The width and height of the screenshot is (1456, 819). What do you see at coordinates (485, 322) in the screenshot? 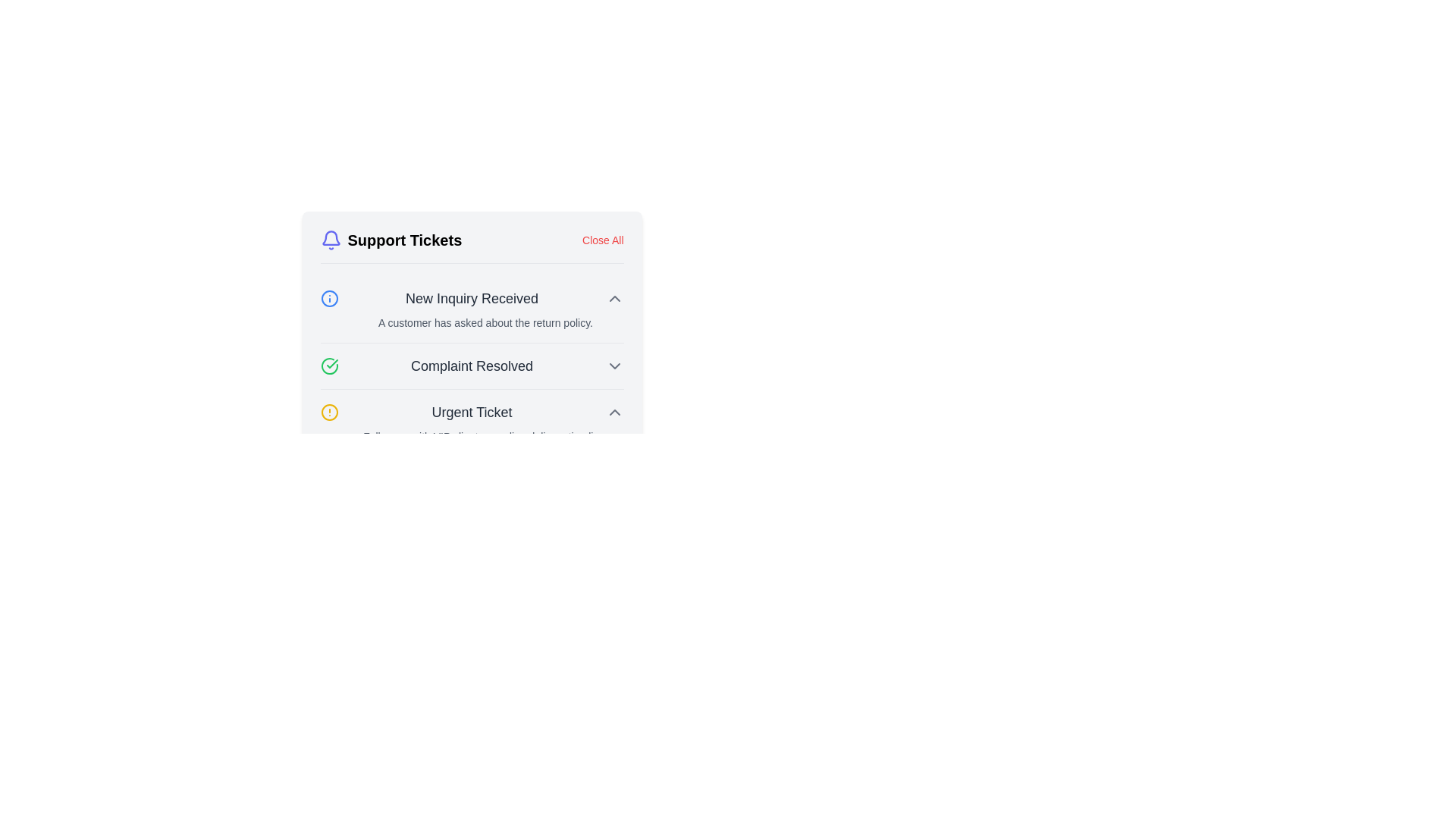
I see `text label that states 'A customer has asked about the return policy.', which is styled in a smaller gray font and is located below the title 'New Inquiry Received' in the notification block` at bounding box center [485, 322].